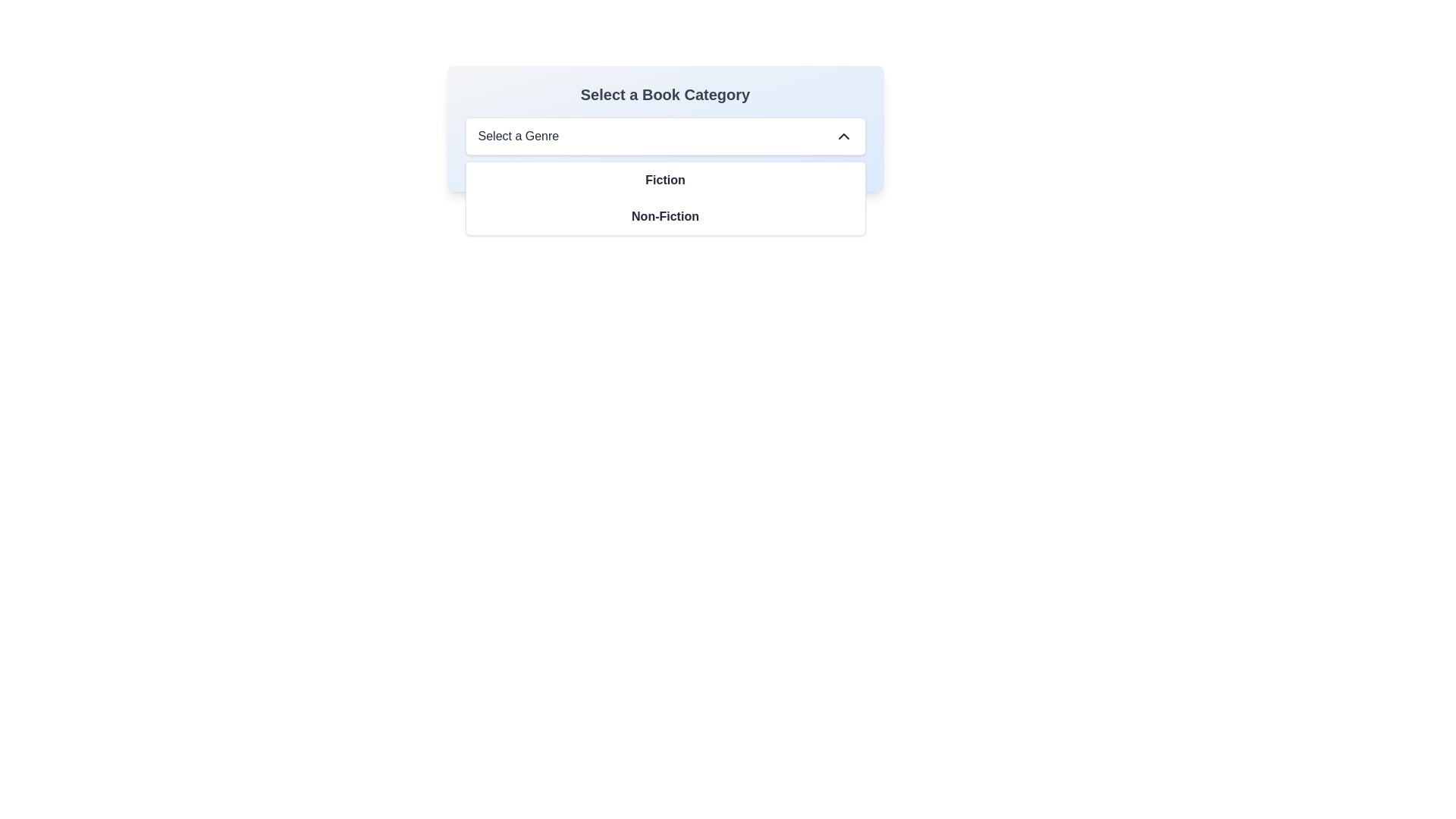 This screenshot has height=819, width=1456. Describe the element at coordinates (665, 180) in the screenshot. I see `the bold gray text label displaying 'Fiction' within the dropdown menu` at that location.